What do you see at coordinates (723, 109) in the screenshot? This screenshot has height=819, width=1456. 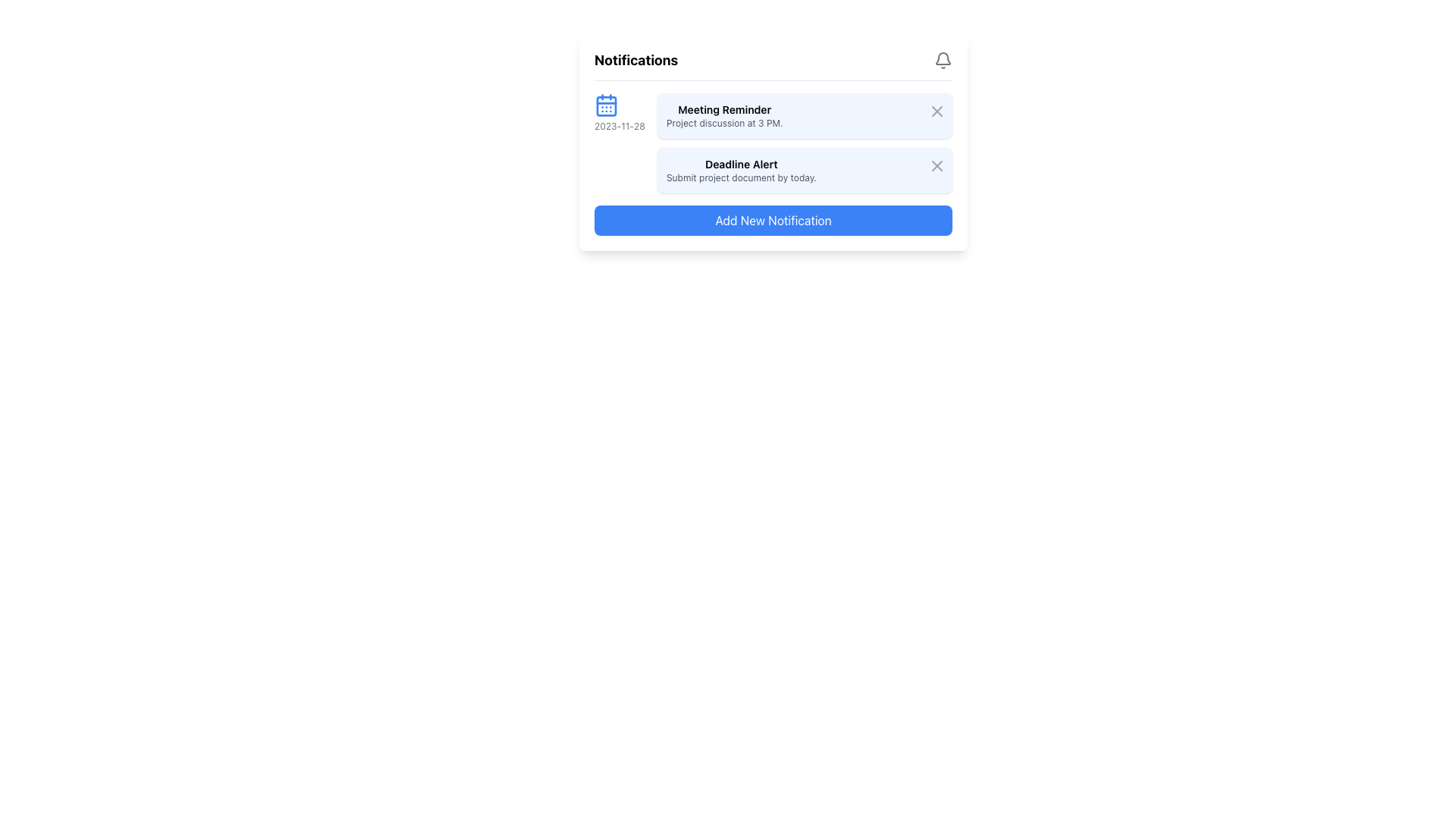 I see `the 'Meeting Reminder' text label, which is displayed in bold black font on a light-blue background, located in the top notification card of the modal interface` at bounding box center [723, 109].